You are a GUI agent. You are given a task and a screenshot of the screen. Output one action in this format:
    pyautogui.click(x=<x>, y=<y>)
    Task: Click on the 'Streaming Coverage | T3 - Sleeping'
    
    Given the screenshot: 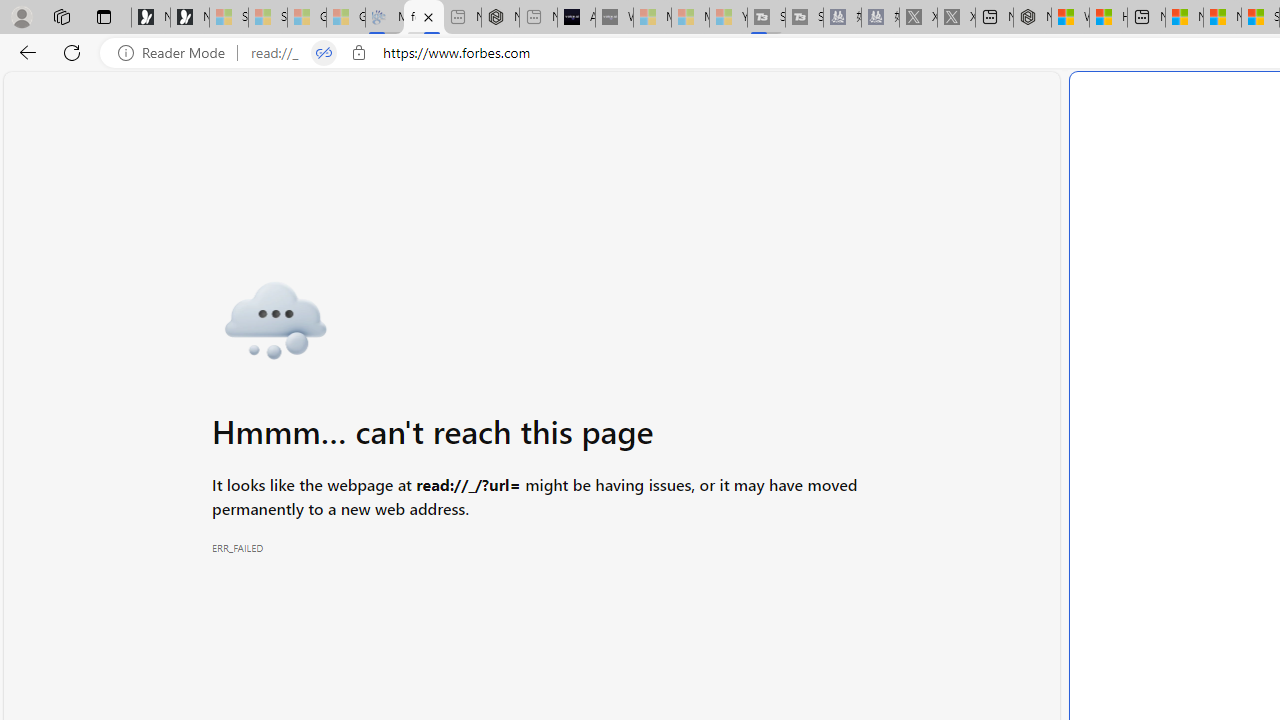 What is the action you would take?
    pyautogui.click(x=765, y=17)
    